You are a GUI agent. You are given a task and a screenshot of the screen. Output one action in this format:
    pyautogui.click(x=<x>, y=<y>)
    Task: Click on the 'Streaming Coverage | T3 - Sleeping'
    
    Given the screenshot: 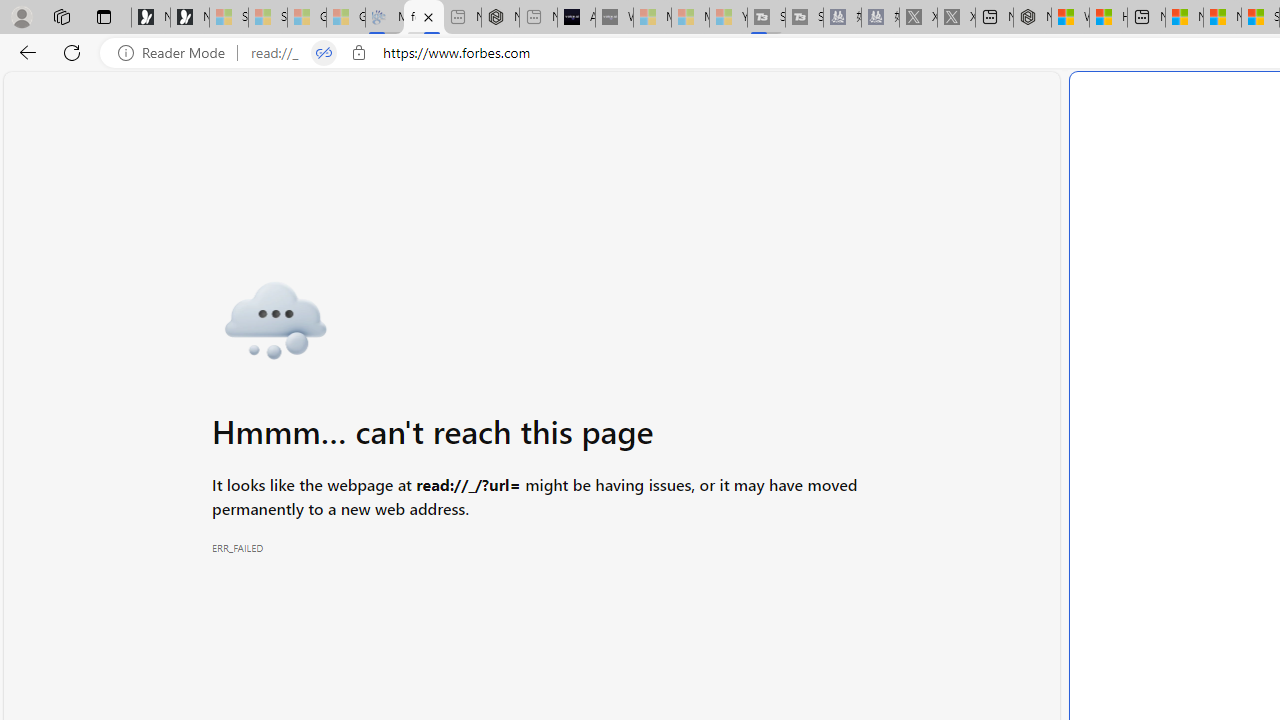 What is the action you would take?
    pyautogui.click(x=765, y=17)
    